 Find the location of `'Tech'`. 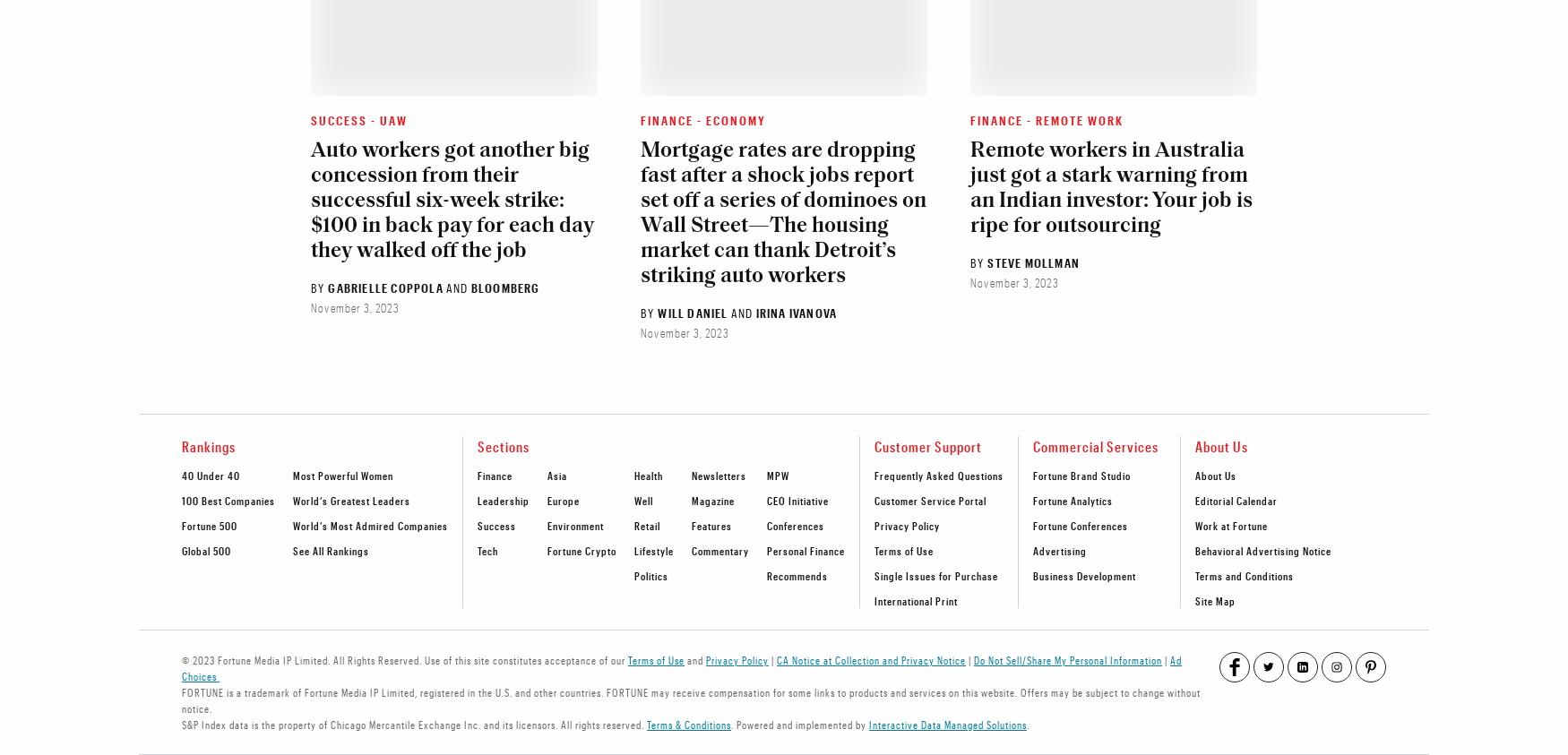

'Tech' is located at coordinates (487, 549).